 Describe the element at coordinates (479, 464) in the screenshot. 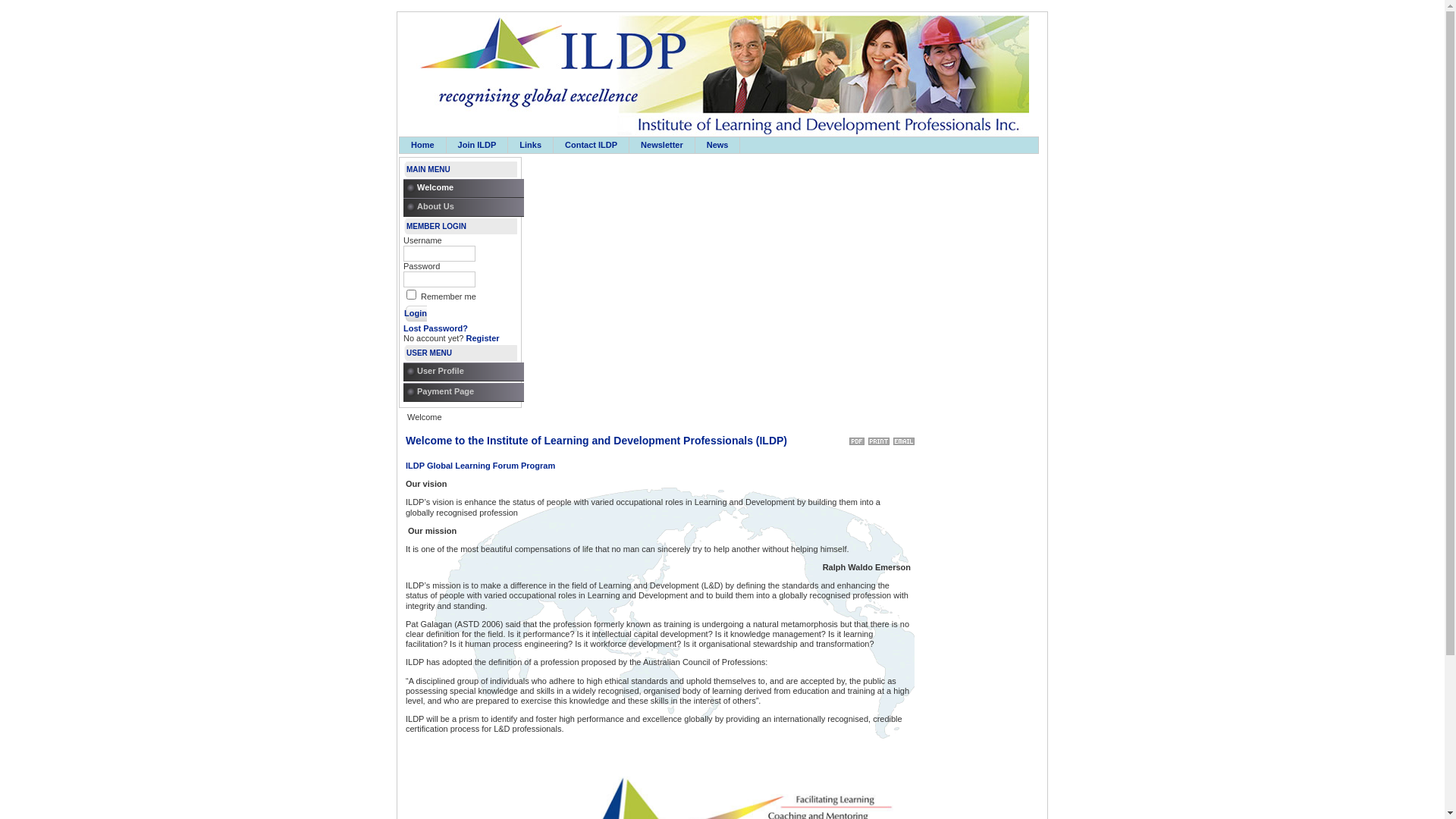

I see `'ILDP Global Learning Forum Program'` at that location.